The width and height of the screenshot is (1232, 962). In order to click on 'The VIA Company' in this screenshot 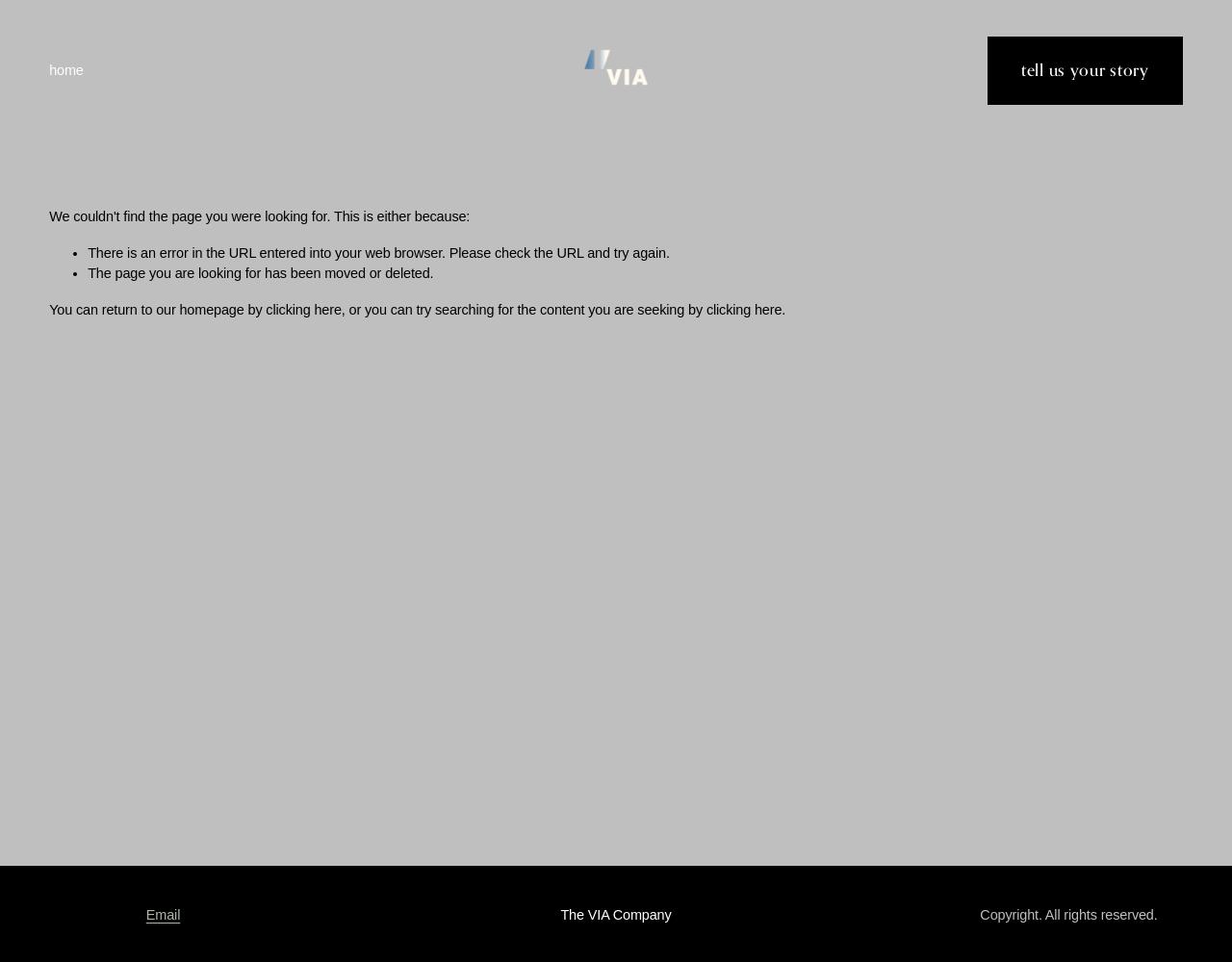, I will do `click(614, 913)`.